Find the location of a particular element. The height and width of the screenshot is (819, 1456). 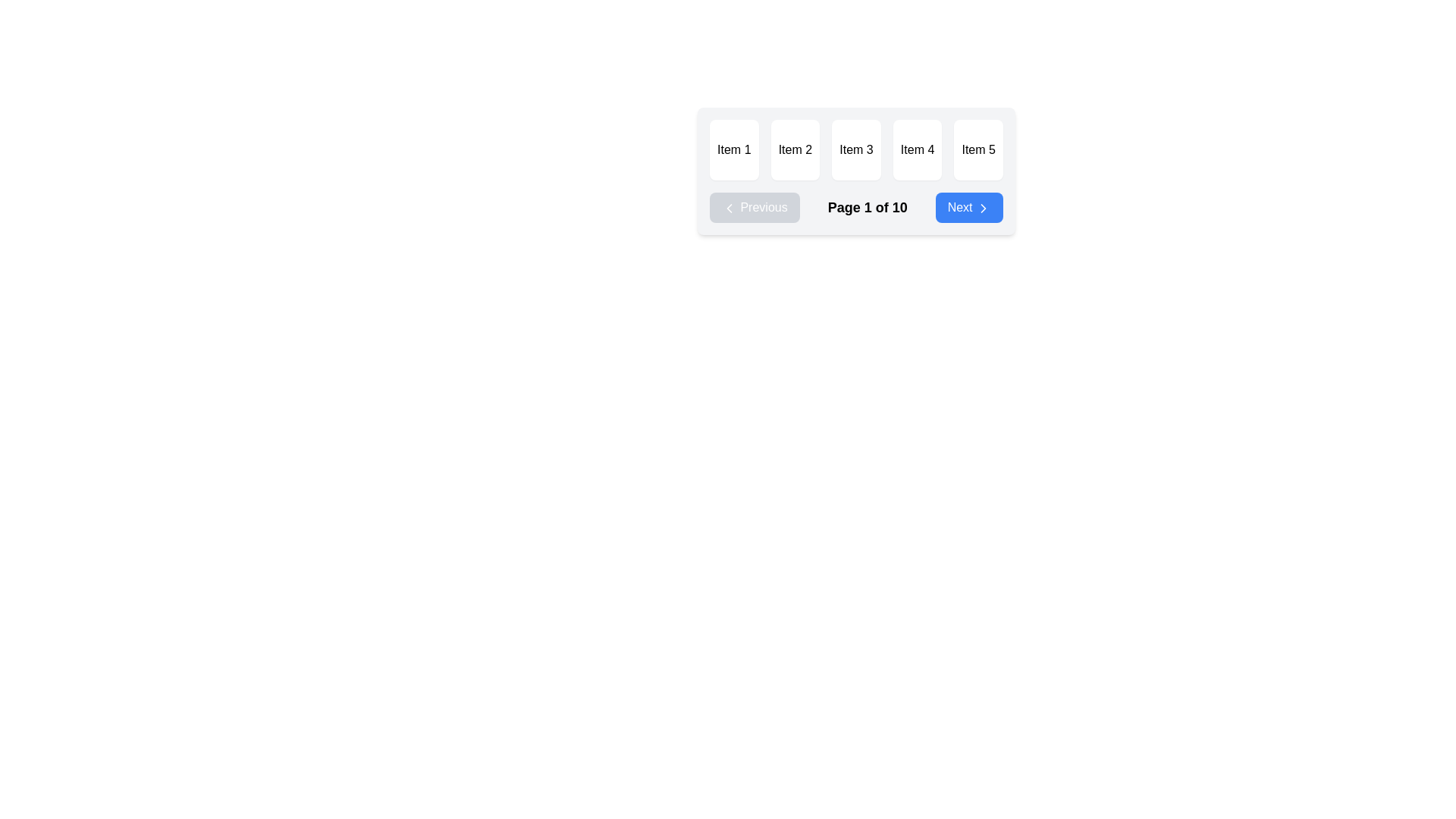

the button labeled 'Item 2', which is the second element in a grid layout of five items, featuring a white background and bold black text is located at coordinates (794, 149).